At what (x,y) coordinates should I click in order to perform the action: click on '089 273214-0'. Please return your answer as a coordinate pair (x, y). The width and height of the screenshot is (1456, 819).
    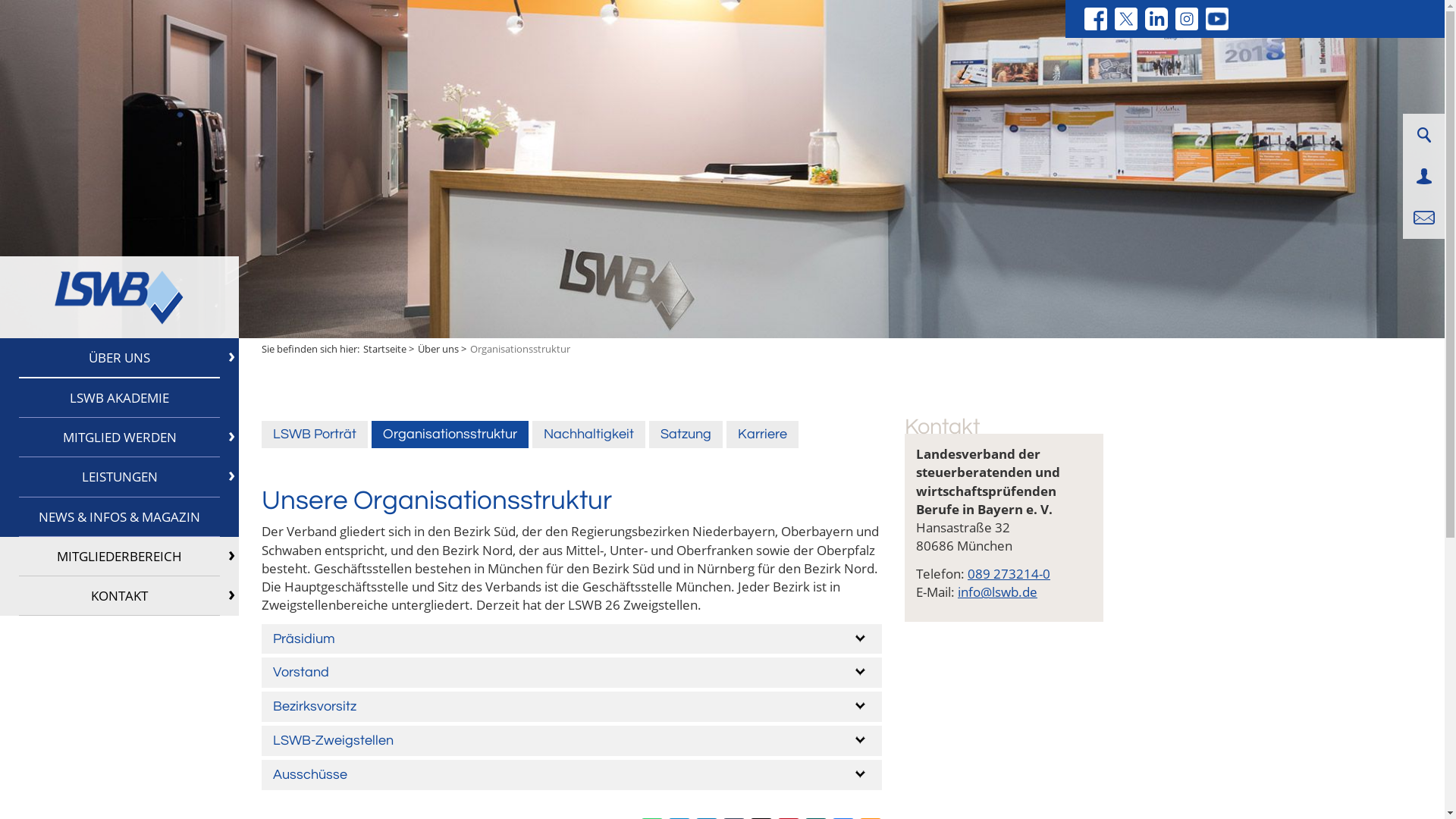
    Looking at the image, I should click on (1009, 573).